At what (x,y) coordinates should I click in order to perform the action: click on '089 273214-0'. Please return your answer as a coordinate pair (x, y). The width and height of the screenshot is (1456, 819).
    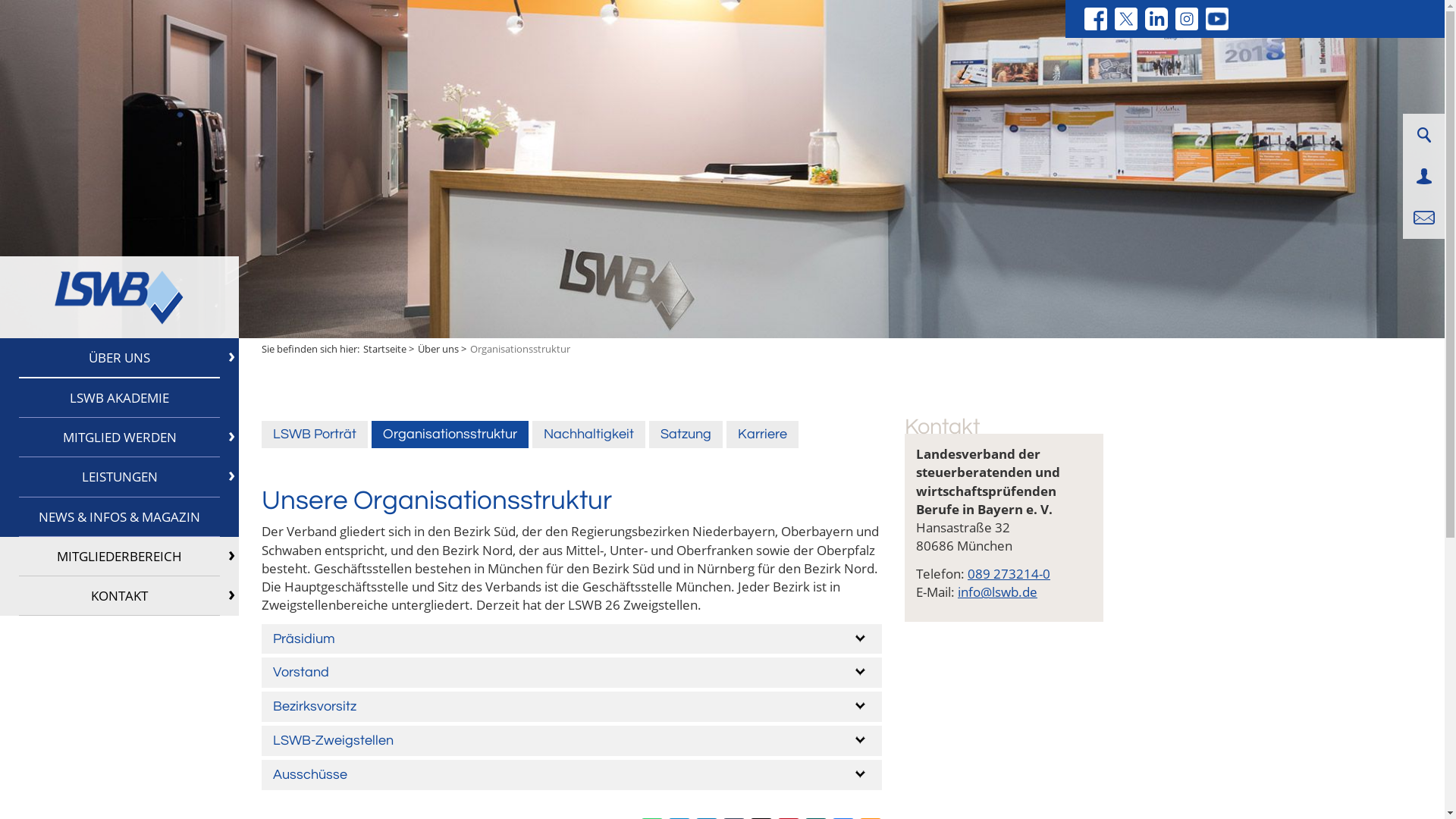
    Looking at the image, I should click on (1009, 573).